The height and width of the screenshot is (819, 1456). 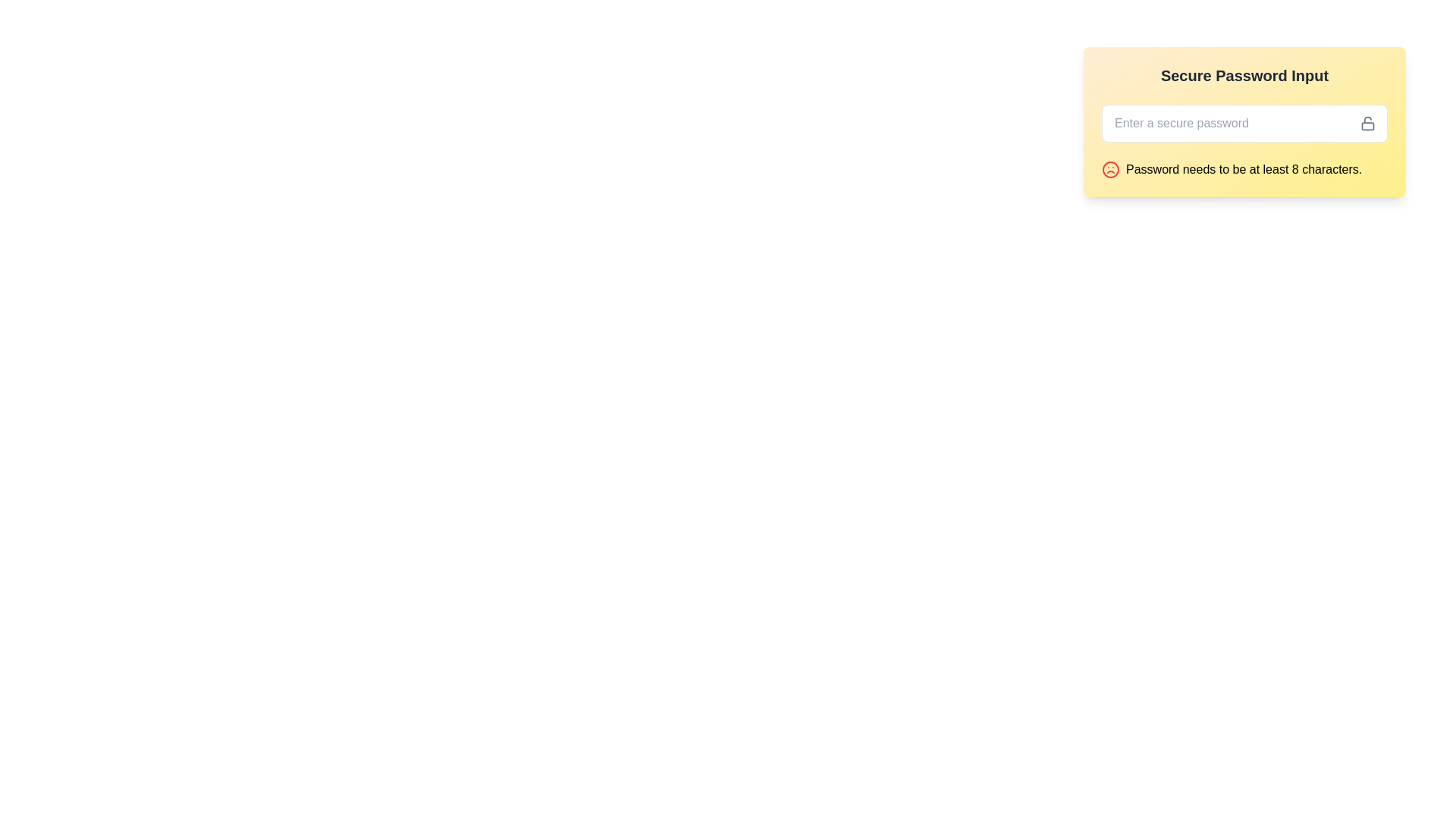 What do you see at coordinates (1373, 122) in the screenshot?
I see `the gray open padlock icon button located at the far right of the password input field` at bounding box center [1373, 122].